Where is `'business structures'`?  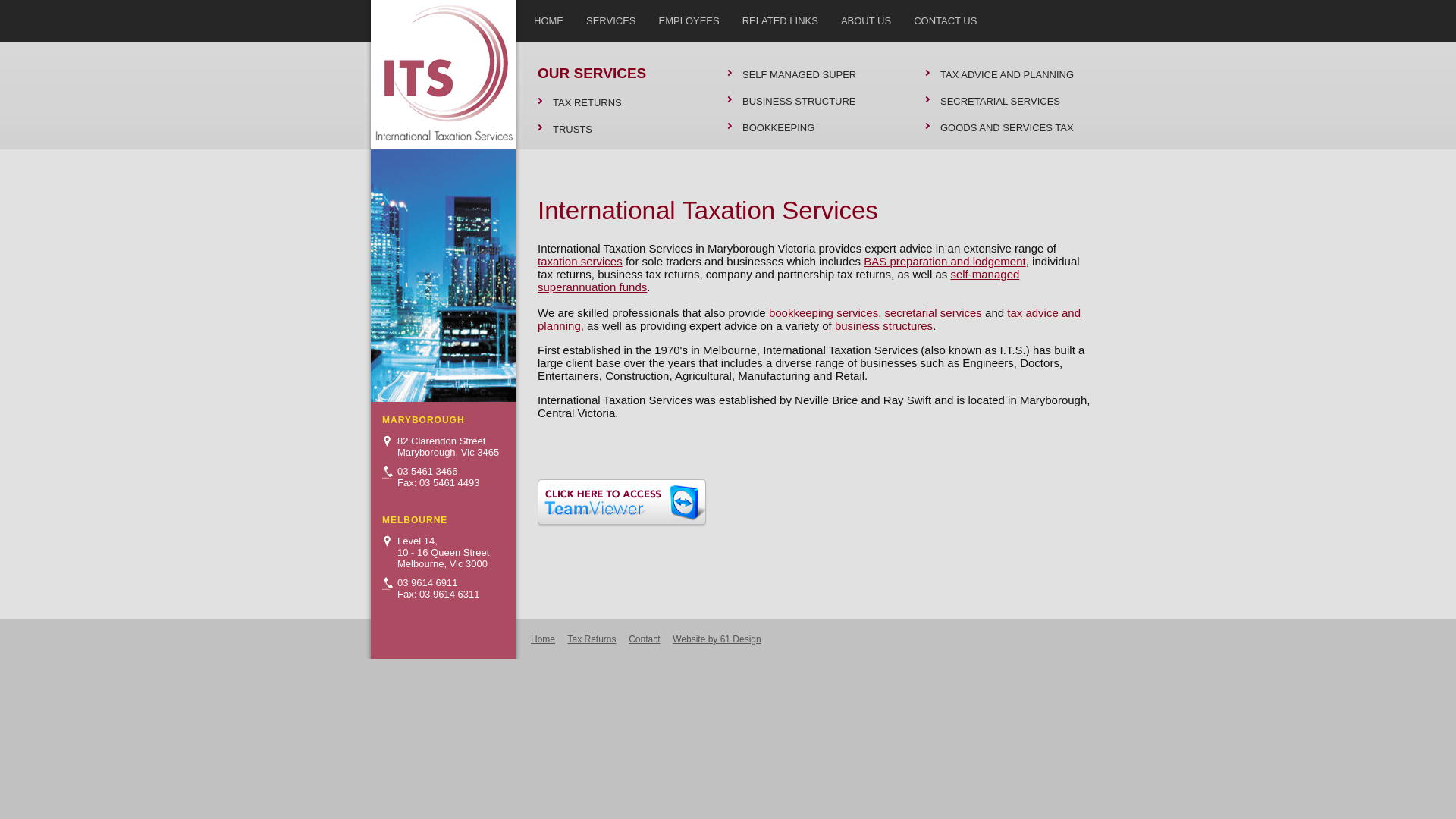
'business structures' is located at coordinates (883, 325).